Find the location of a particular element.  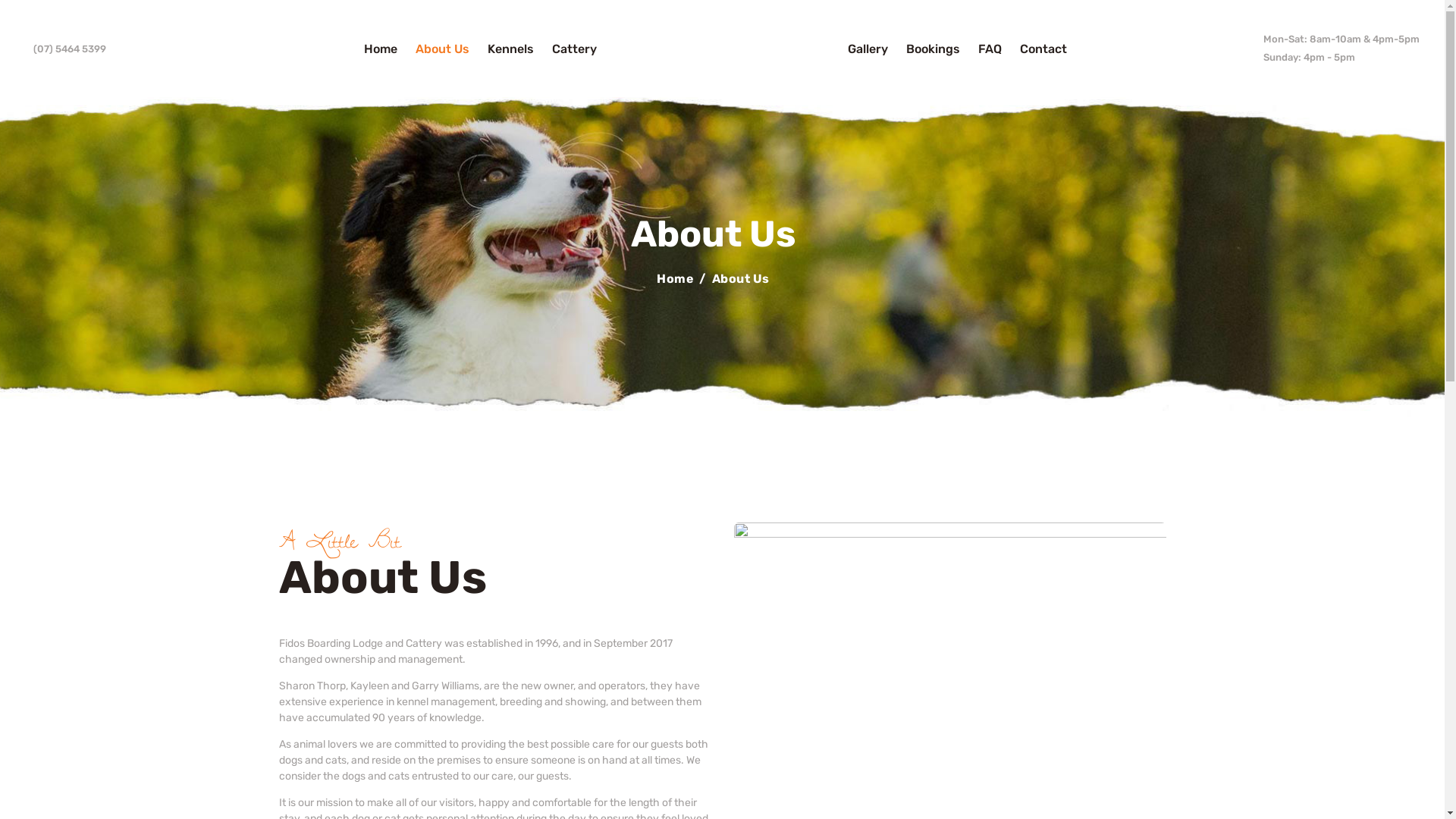

'Gallery' is located at coordinates (868, 48).